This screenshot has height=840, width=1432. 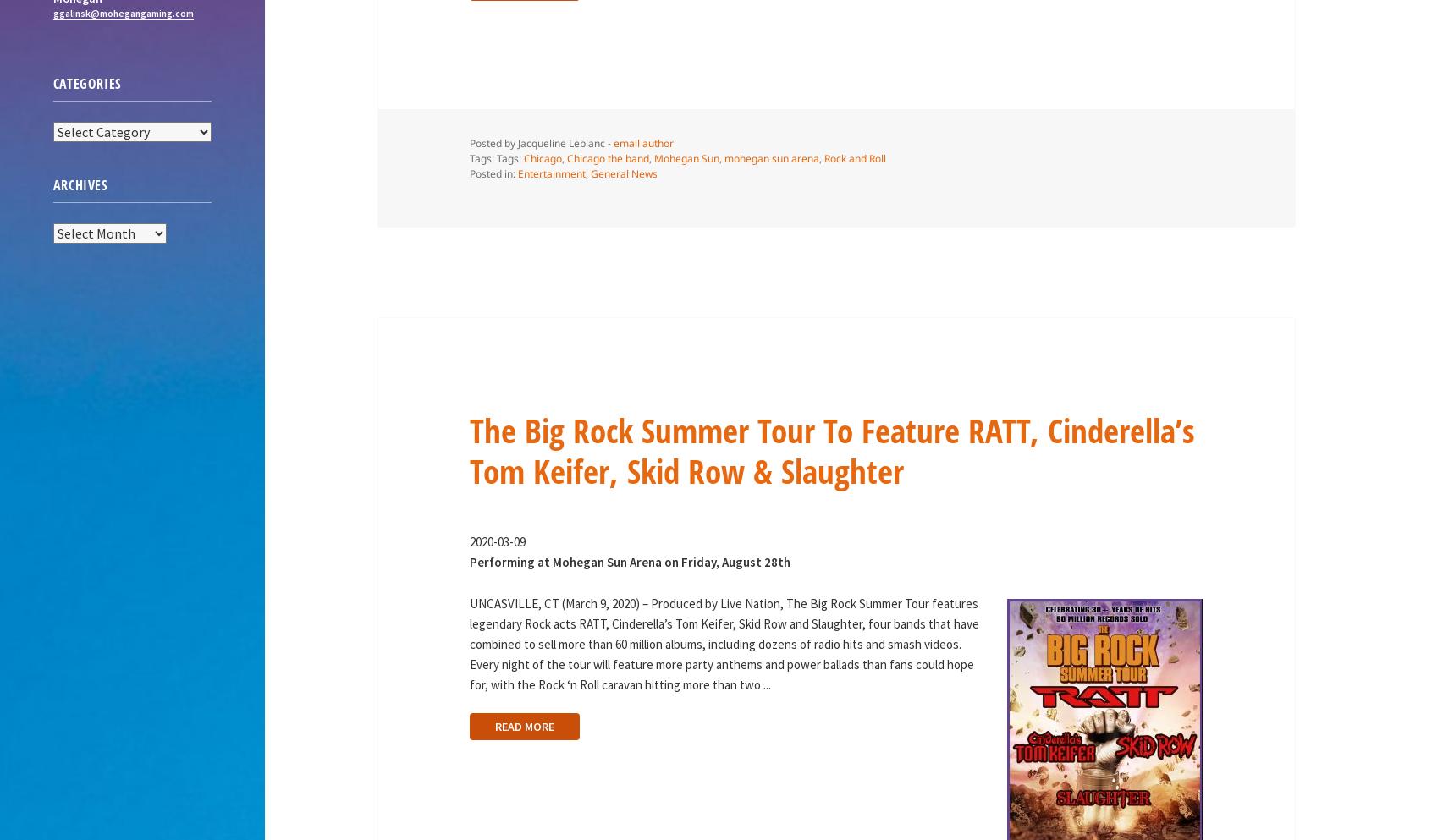 What do you see at coordinates (80, 184) in the screenshot?
I see `'Archives'` at bounding box center [80, 184].